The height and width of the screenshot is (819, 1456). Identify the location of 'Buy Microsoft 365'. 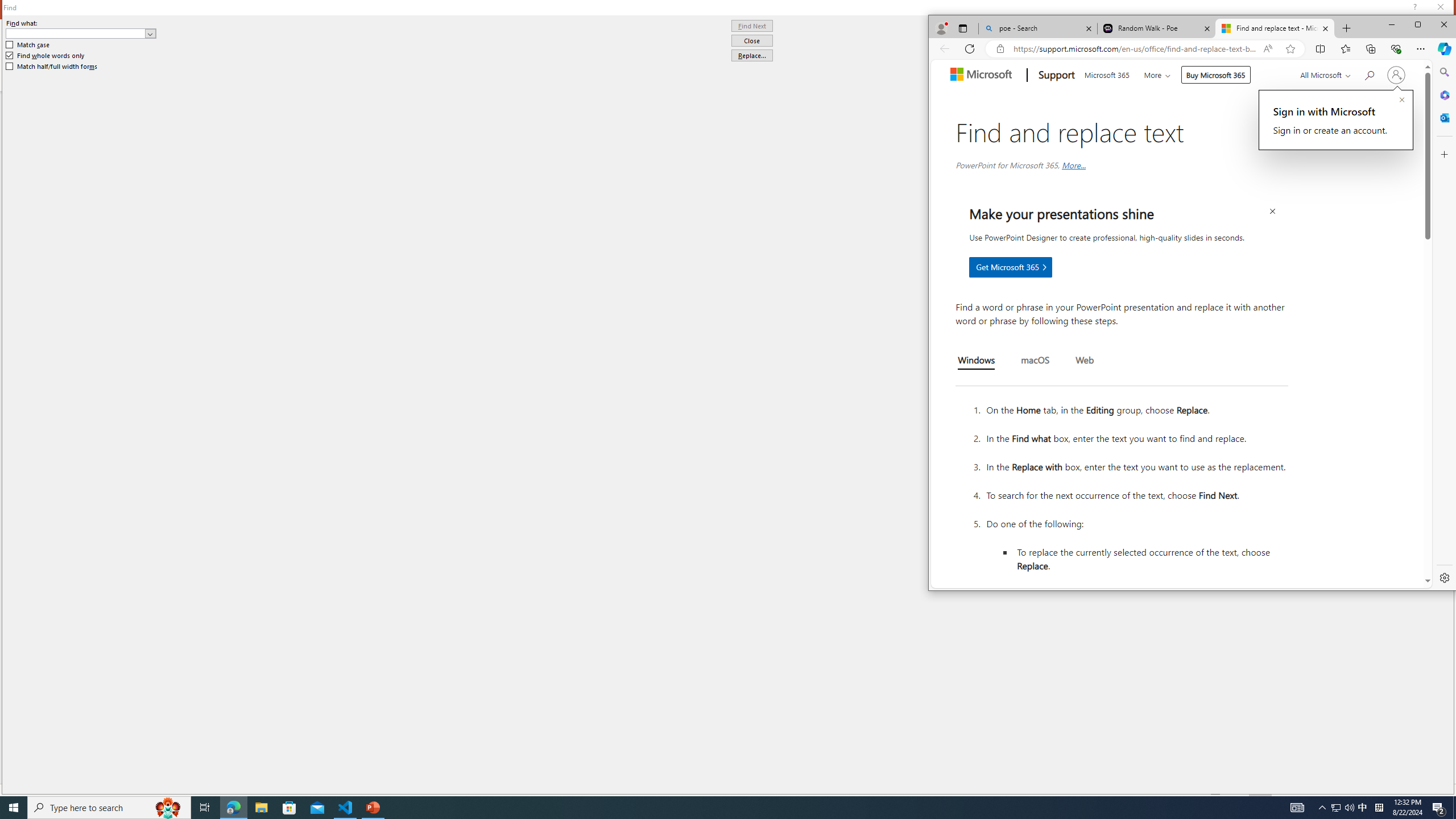
(1215, 74).